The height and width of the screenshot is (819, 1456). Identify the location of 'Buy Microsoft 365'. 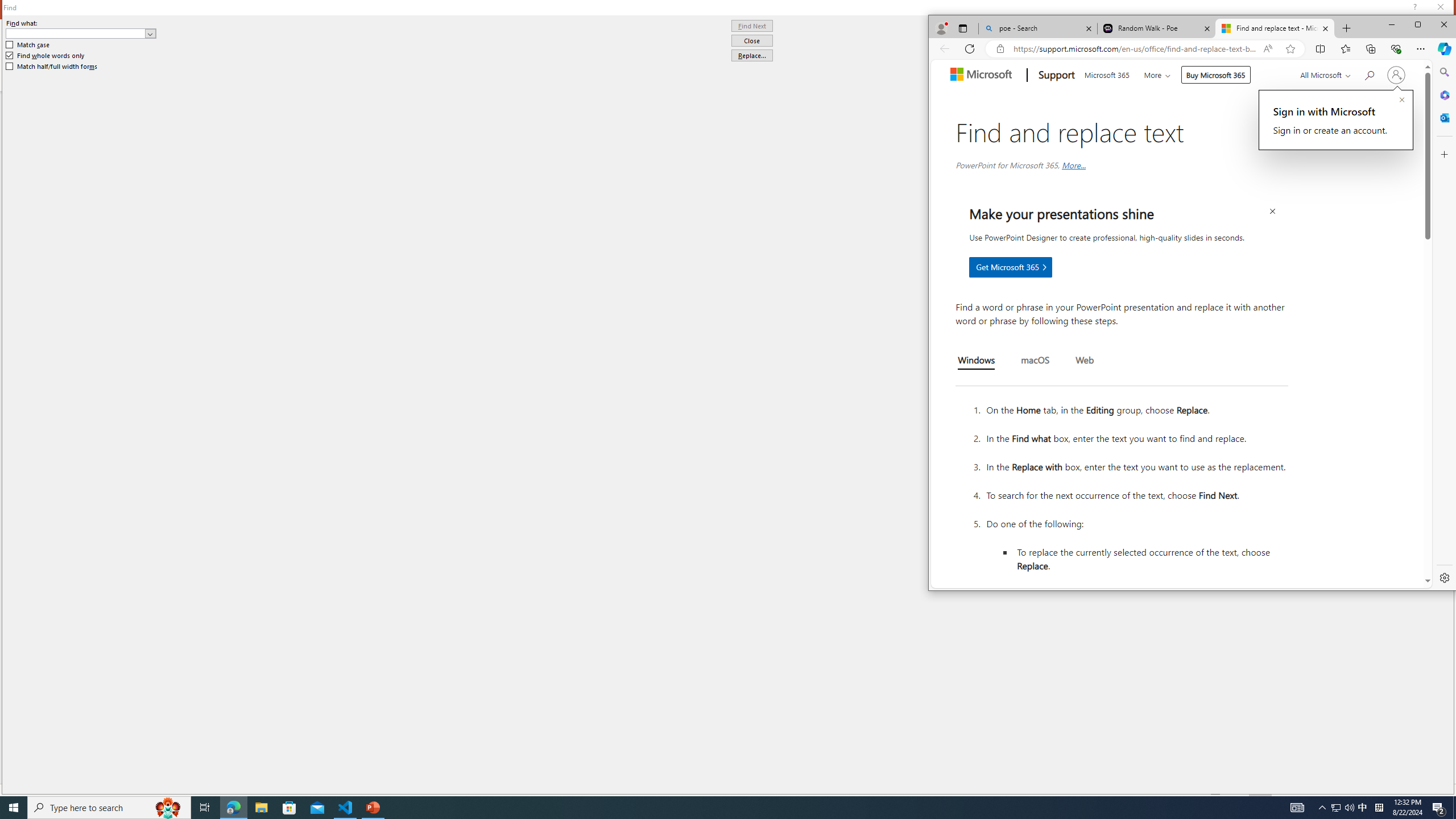
(1215, 74).